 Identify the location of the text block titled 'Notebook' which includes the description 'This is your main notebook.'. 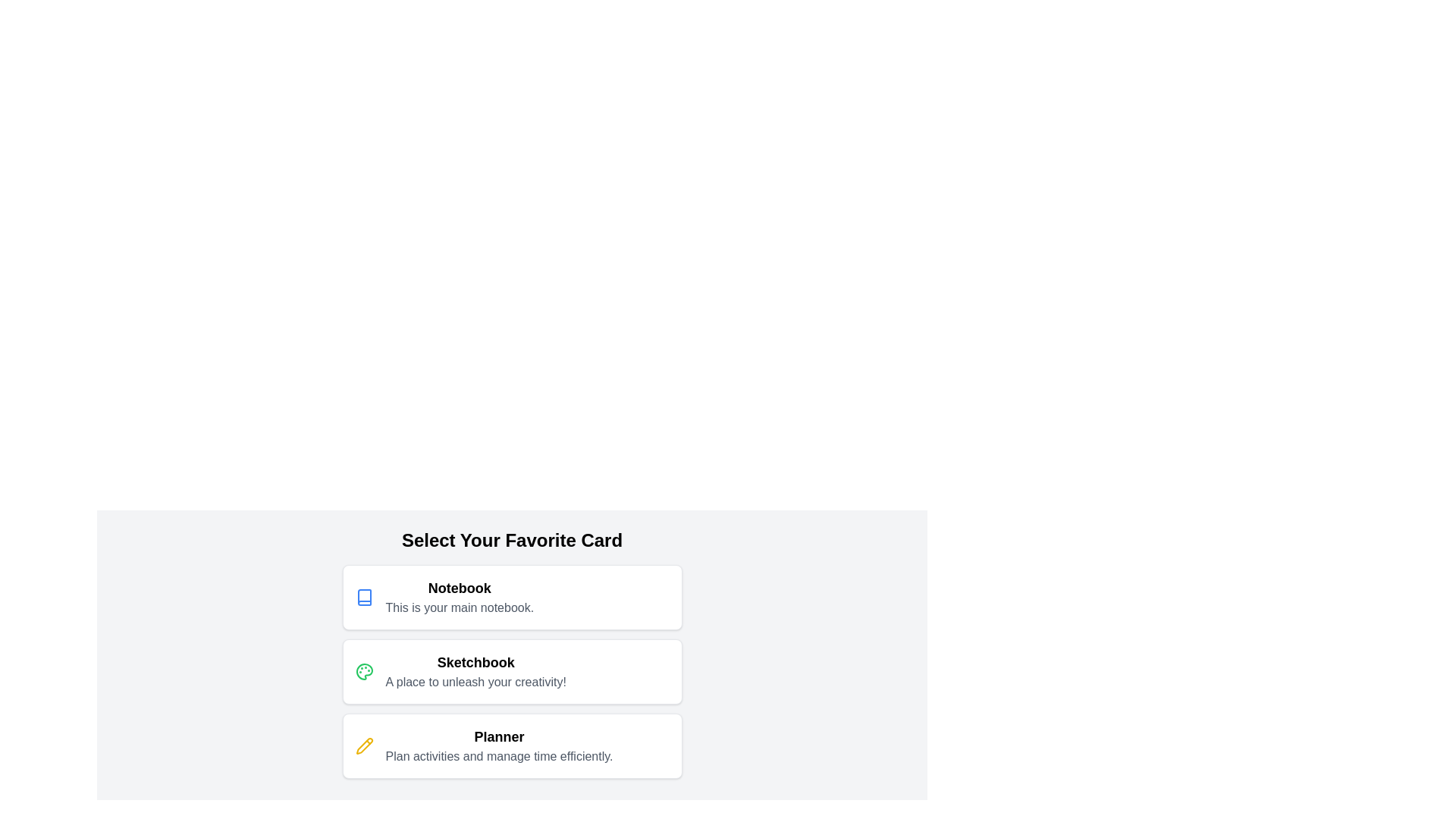
(459, 596).